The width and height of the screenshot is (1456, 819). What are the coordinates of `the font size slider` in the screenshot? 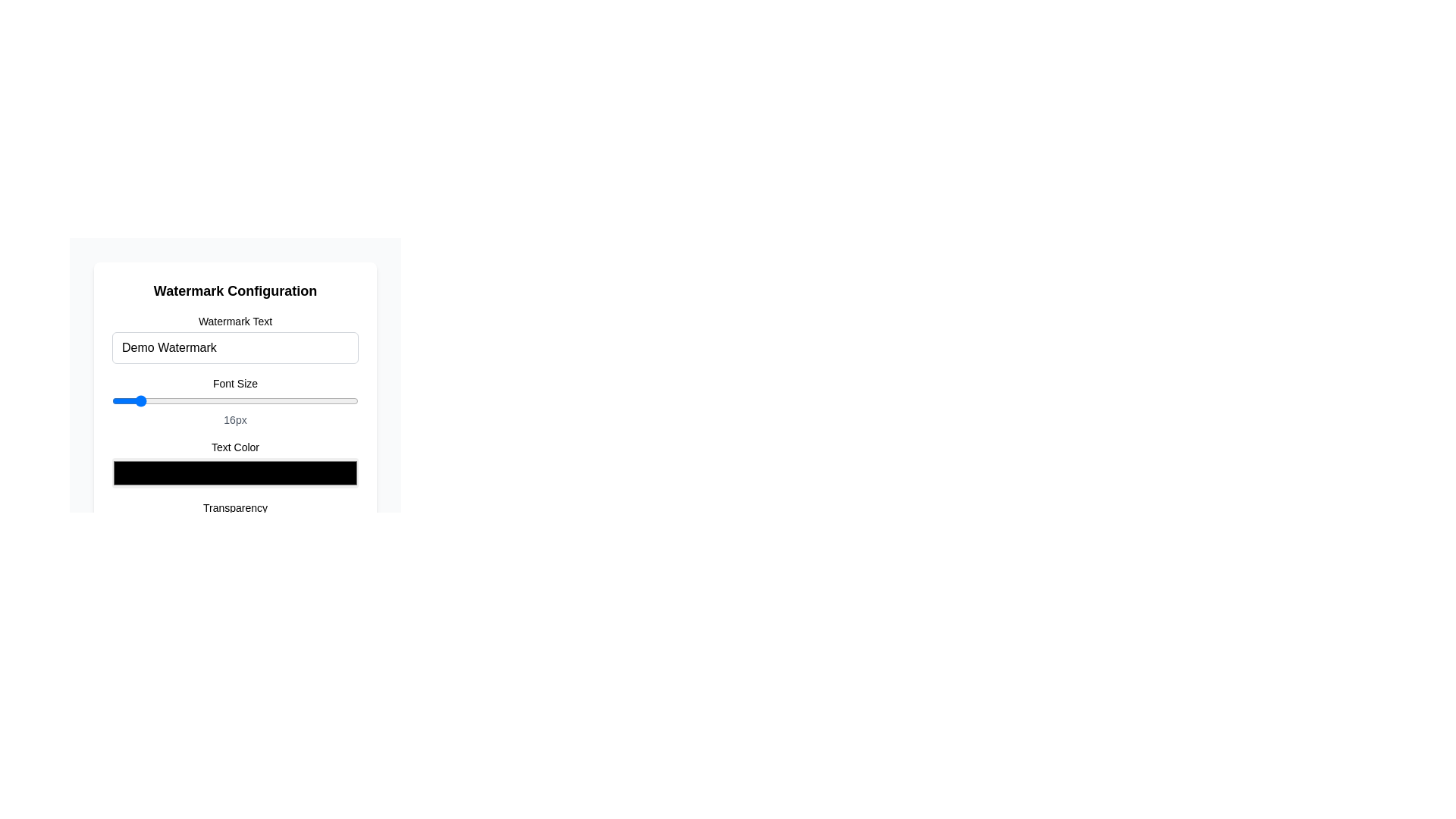 It's located at (143, 400).